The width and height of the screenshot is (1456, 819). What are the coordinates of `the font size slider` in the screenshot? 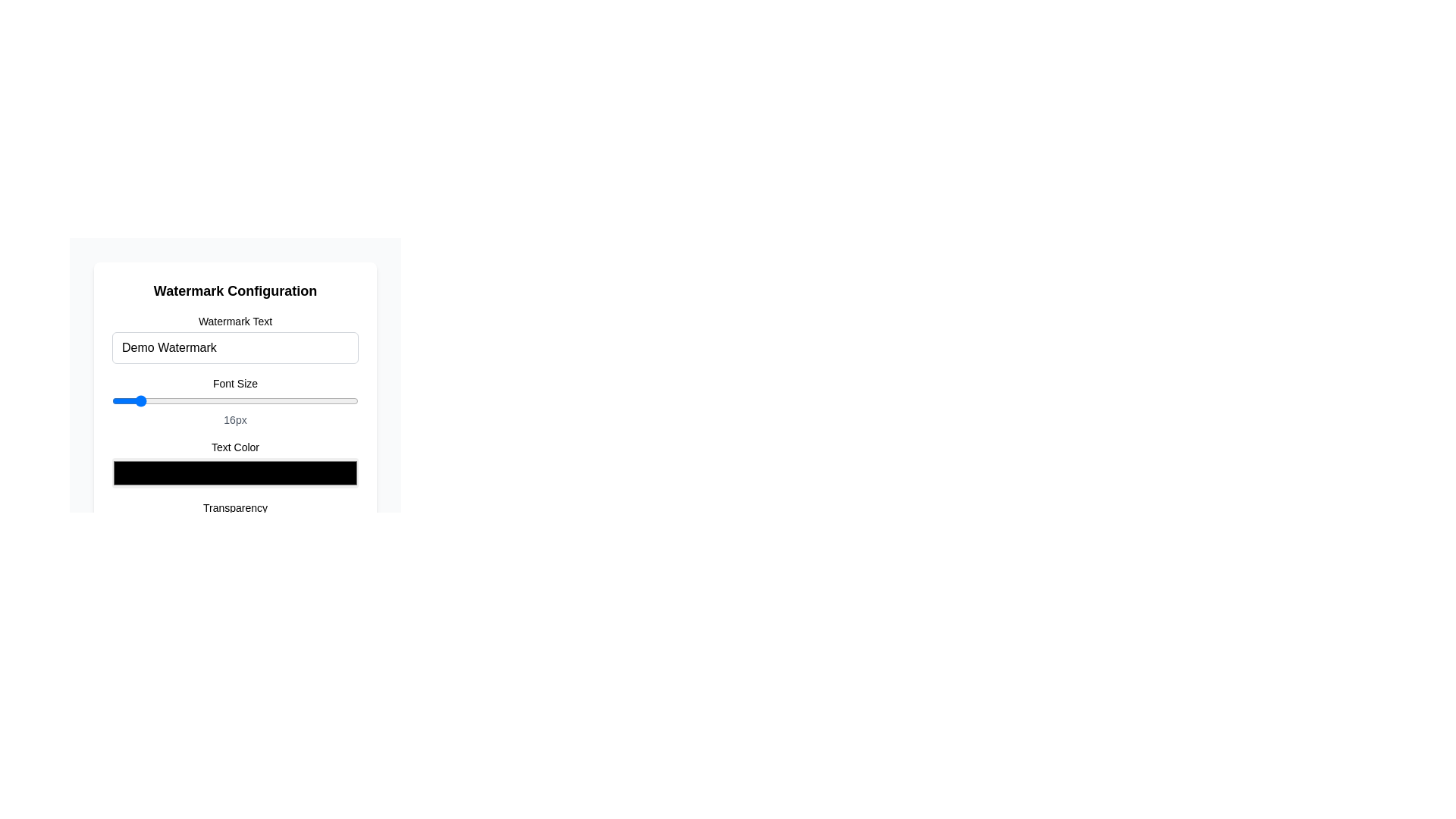 It's located at (143, 400).